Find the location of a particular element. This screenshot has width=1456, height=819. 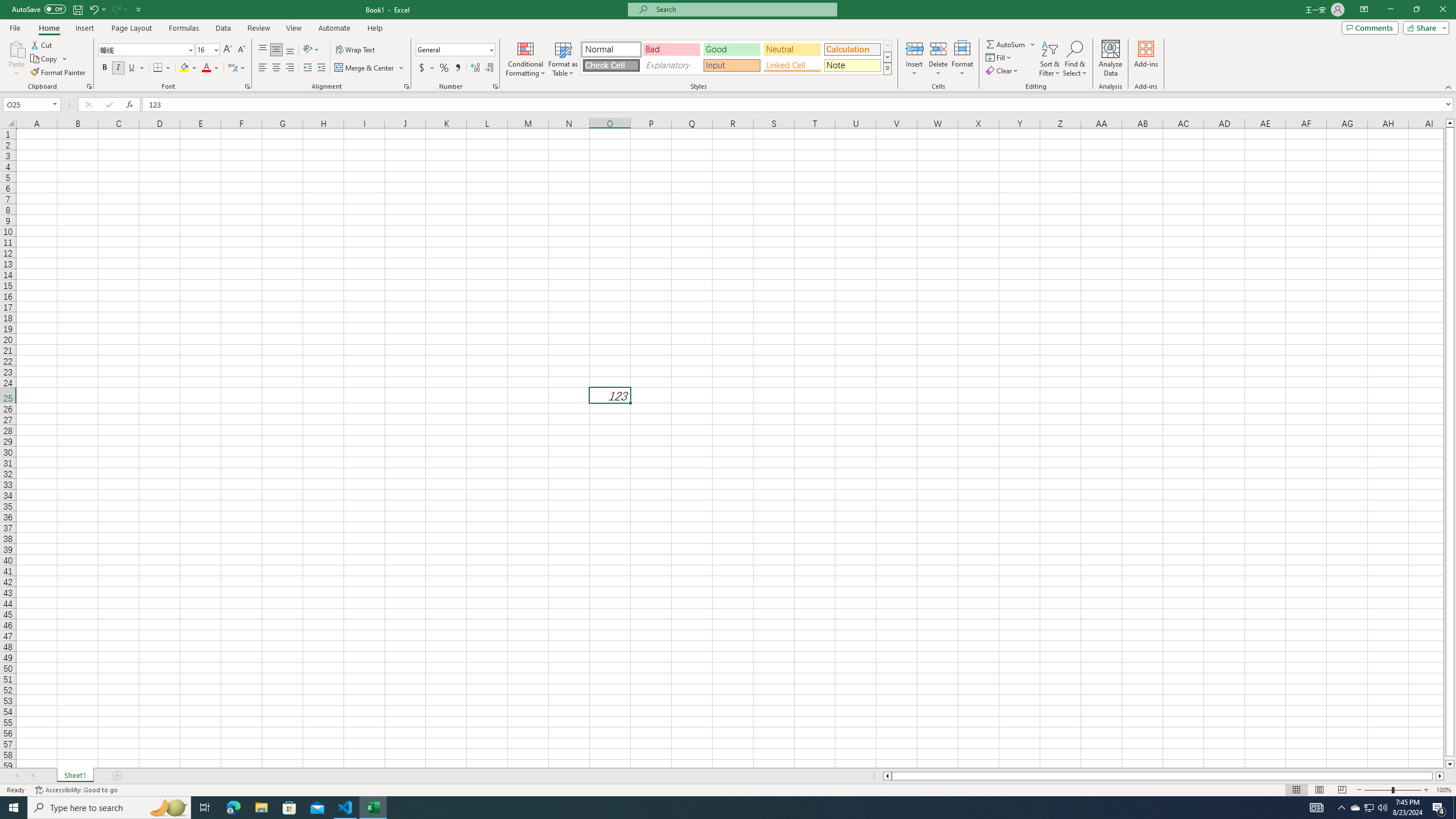

'AutoSum' is located at coordinates (1011, 44).